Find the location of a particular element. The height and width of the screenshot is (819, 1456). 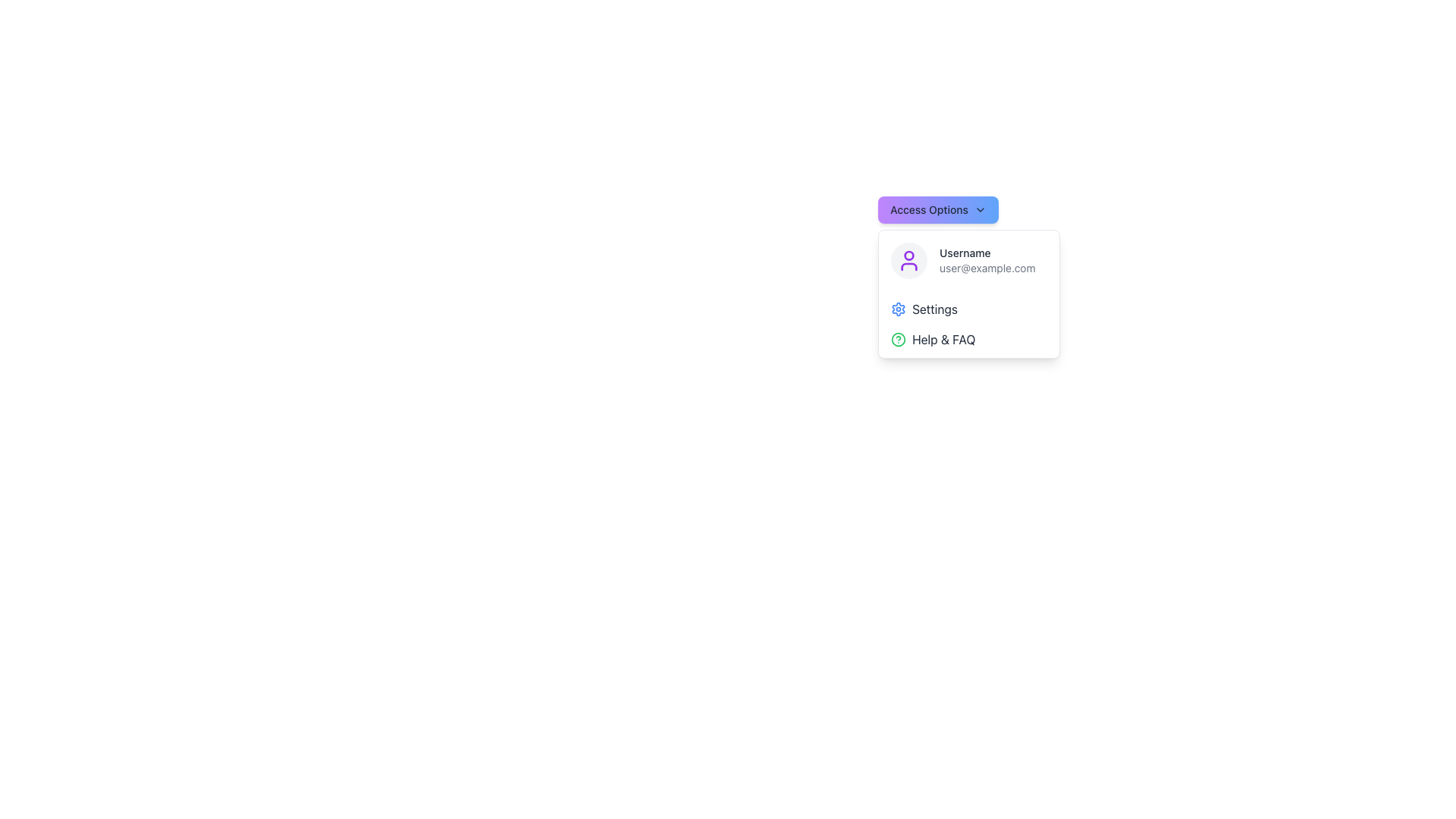

the 'Help & FAQ' list item is located at coordinates (968, 338).